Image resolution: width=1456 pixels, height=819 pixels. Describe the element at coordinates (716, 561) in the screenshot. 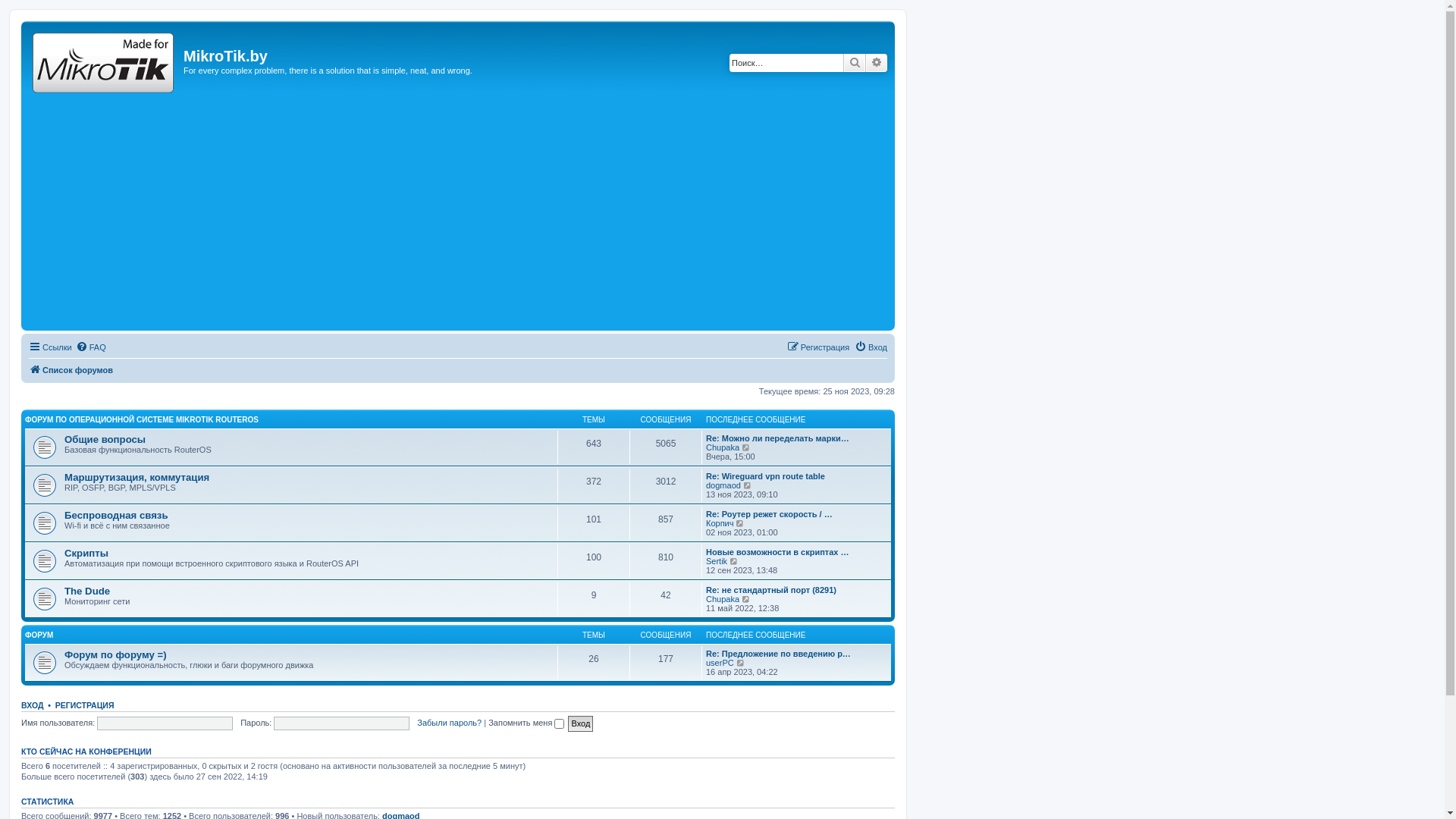

I see `'Sertik'` at that location.